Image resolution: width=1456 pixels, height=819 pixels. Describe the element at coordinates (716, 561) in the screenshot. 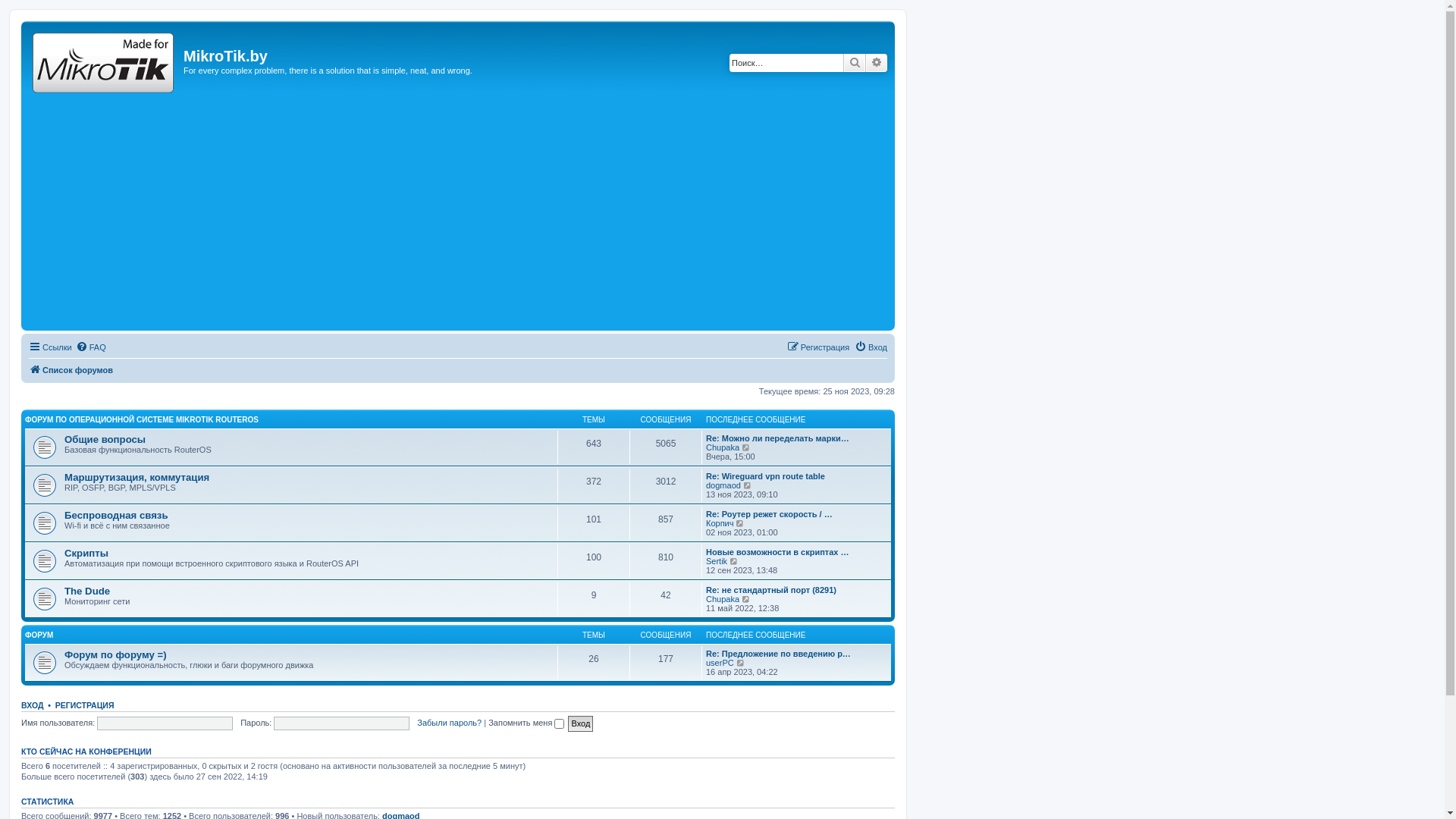

I see `'Sertik'` at that location.